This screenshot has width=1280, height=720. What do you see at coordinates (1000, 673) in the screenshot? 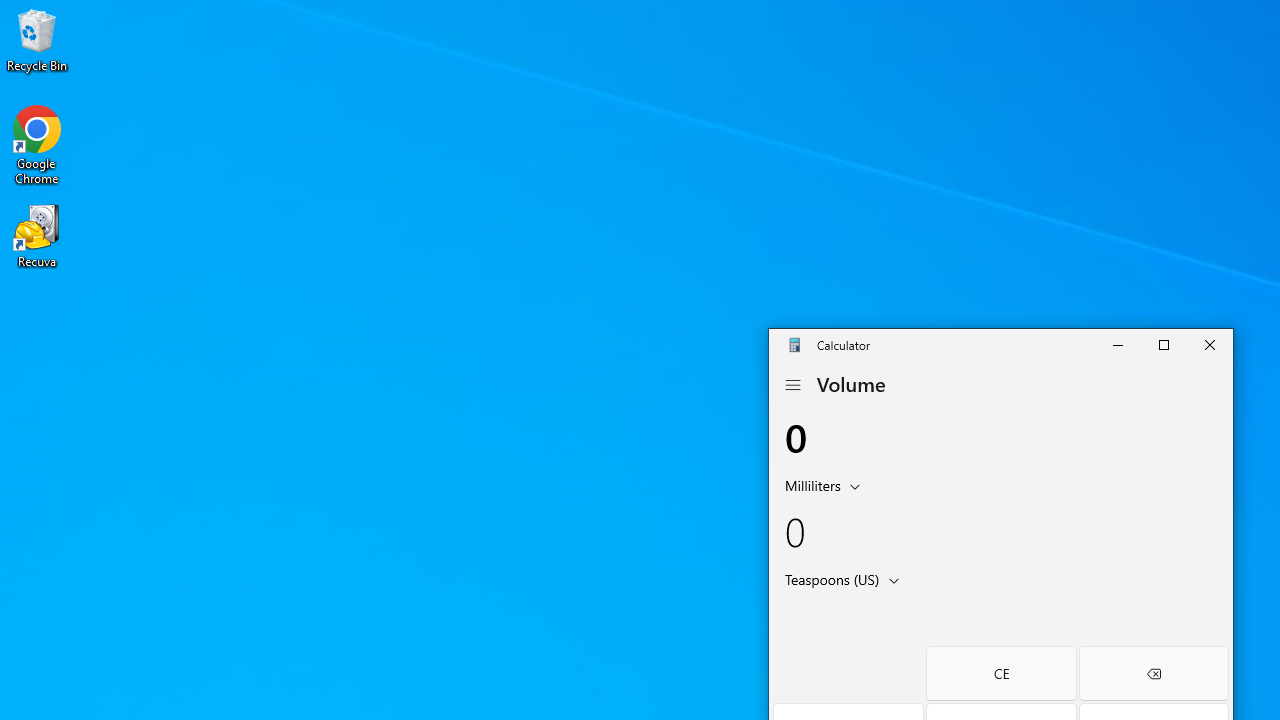
I see `'Clear entry'` at bounding box center [1000, 673].